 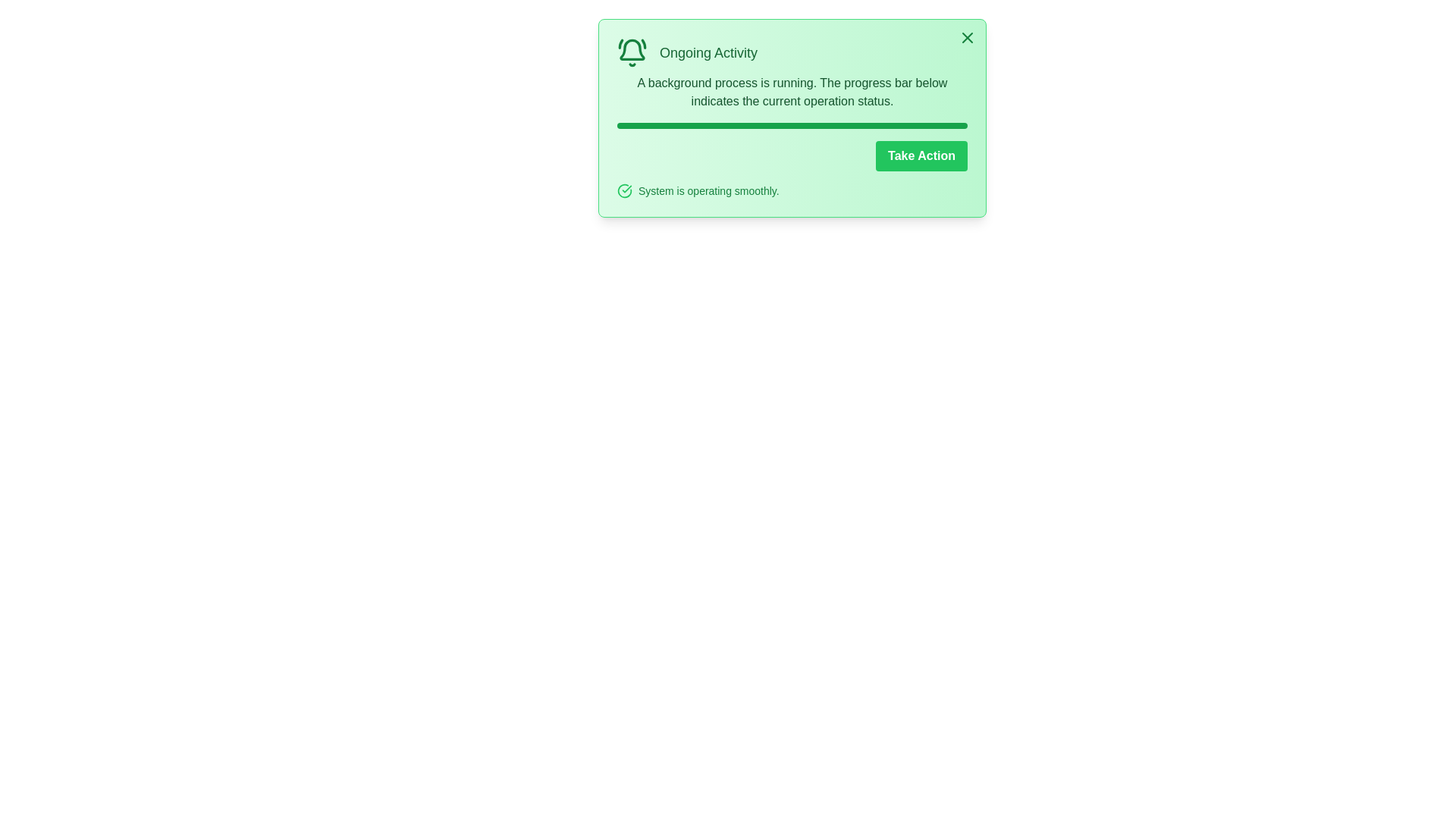 What do you see at coordinates (967, 37) in the screenshot?
I see `close button located at the top-right corner of the notification panel` at bounding box center [967, 37].